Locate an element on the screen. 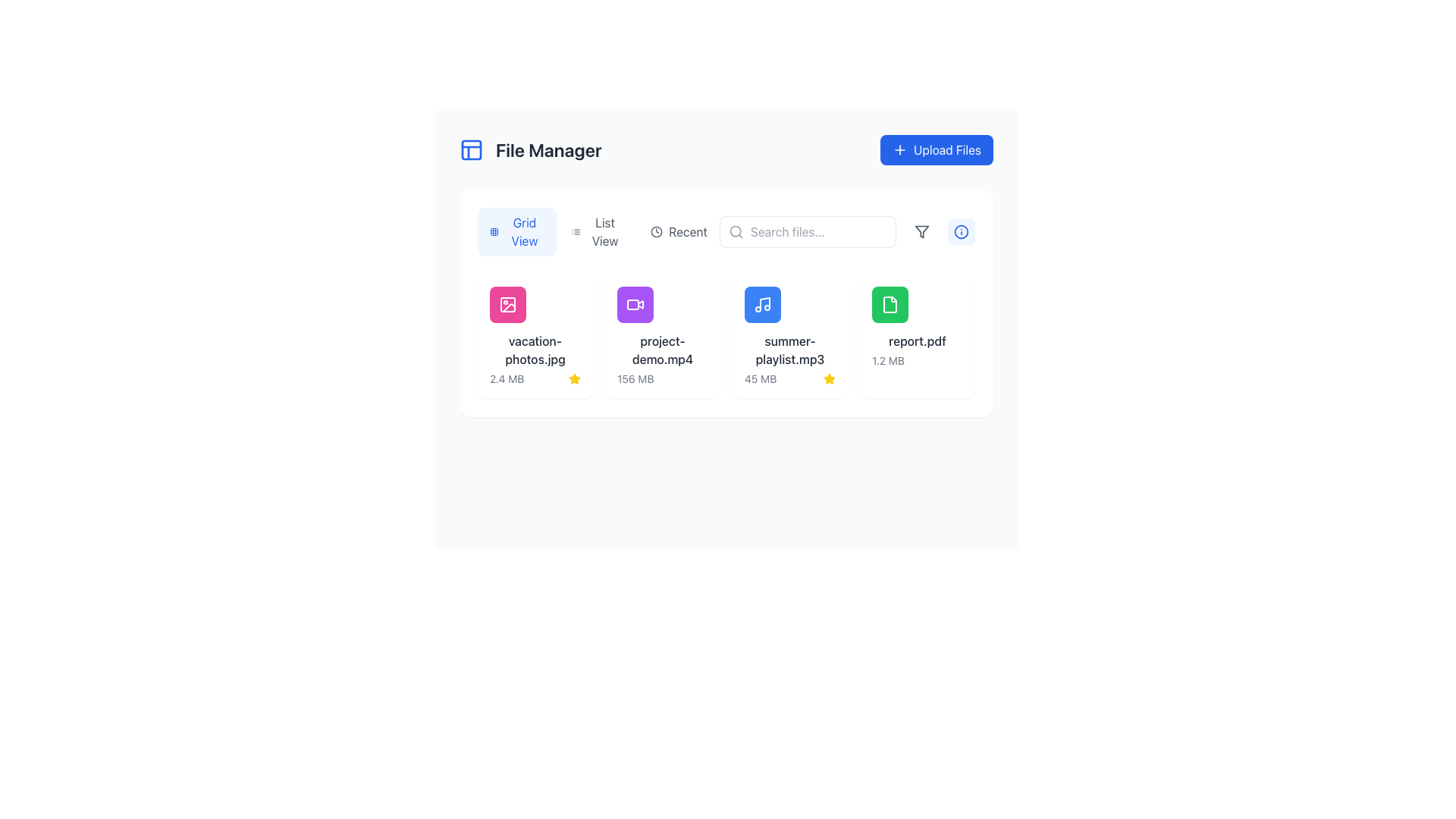 The width and height of the screenshot is (1456, 819). the gray funnel icon located to the right of the search bar is located at coordinates (921, 231).